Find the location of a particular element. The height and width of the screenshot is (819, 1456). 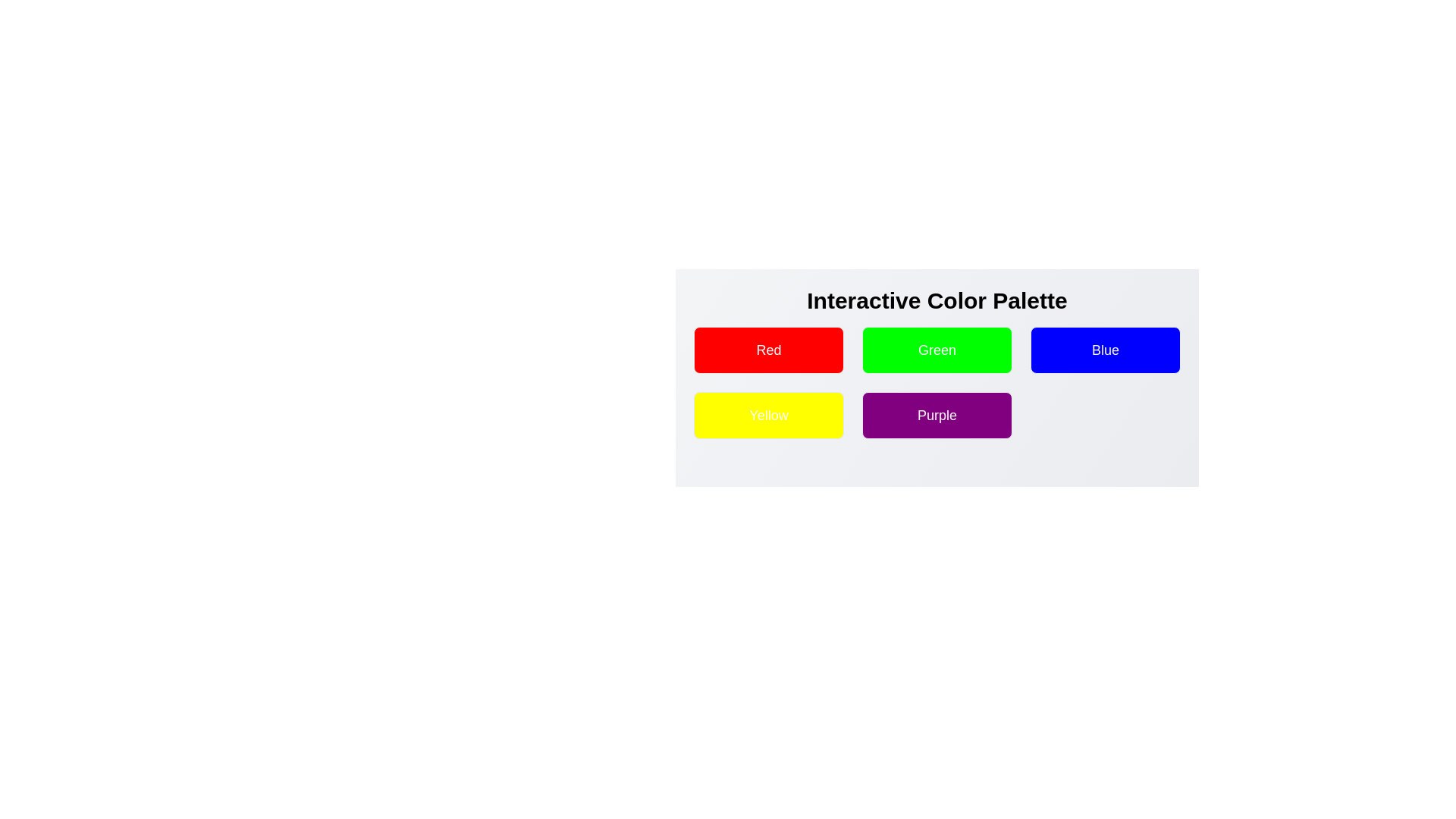

the center of the green colored box labeled 'Green' in the Interactive Color Palette to interact or select it is located at coordinates (937, 369).